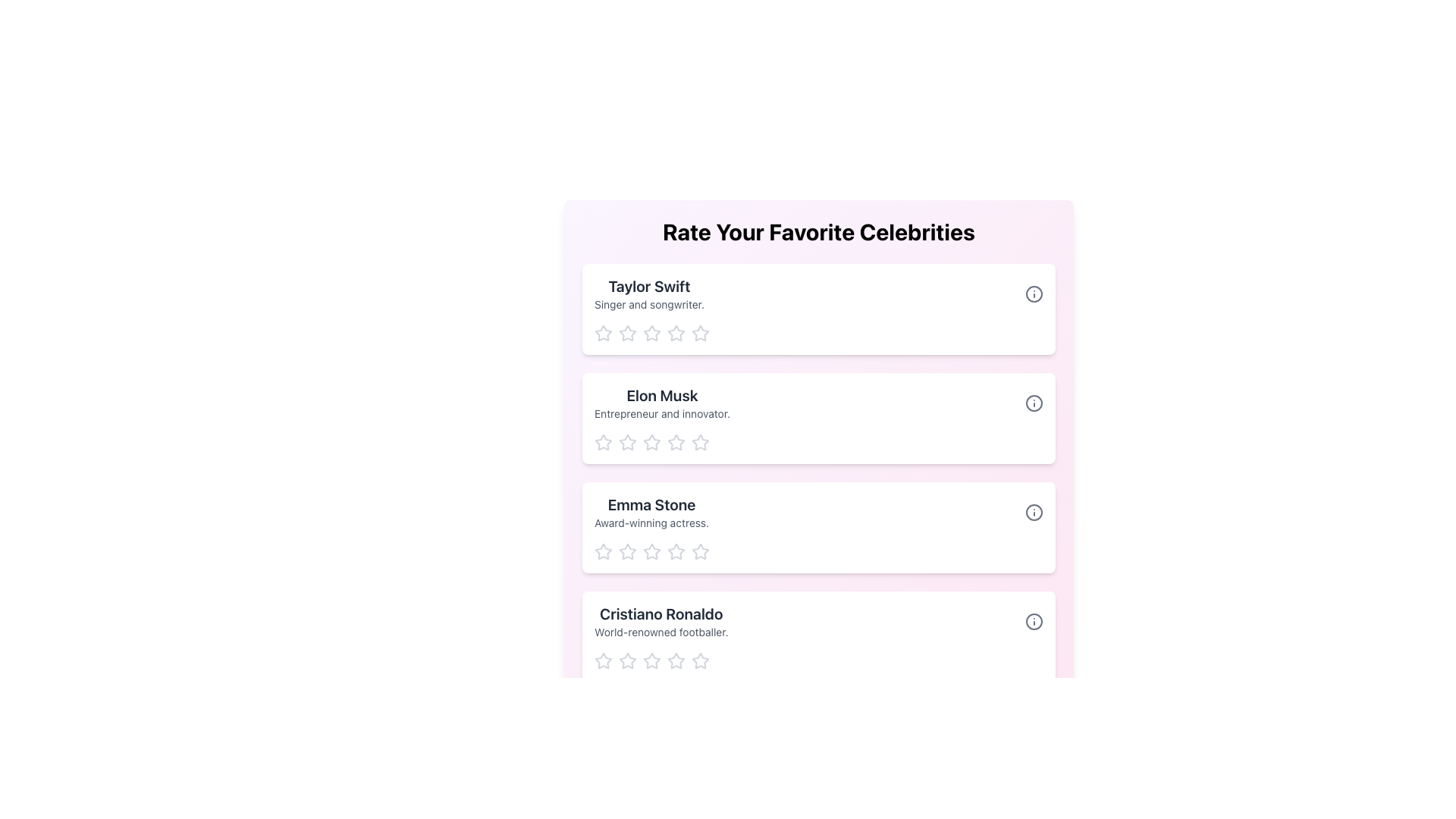 The width and height of the screenshot is (1456, 819). Describe the element at coordinates (676, 332) in the screenshot. I see `the fourth star icon in the rating section under 'Taylor Swift'` at that location.